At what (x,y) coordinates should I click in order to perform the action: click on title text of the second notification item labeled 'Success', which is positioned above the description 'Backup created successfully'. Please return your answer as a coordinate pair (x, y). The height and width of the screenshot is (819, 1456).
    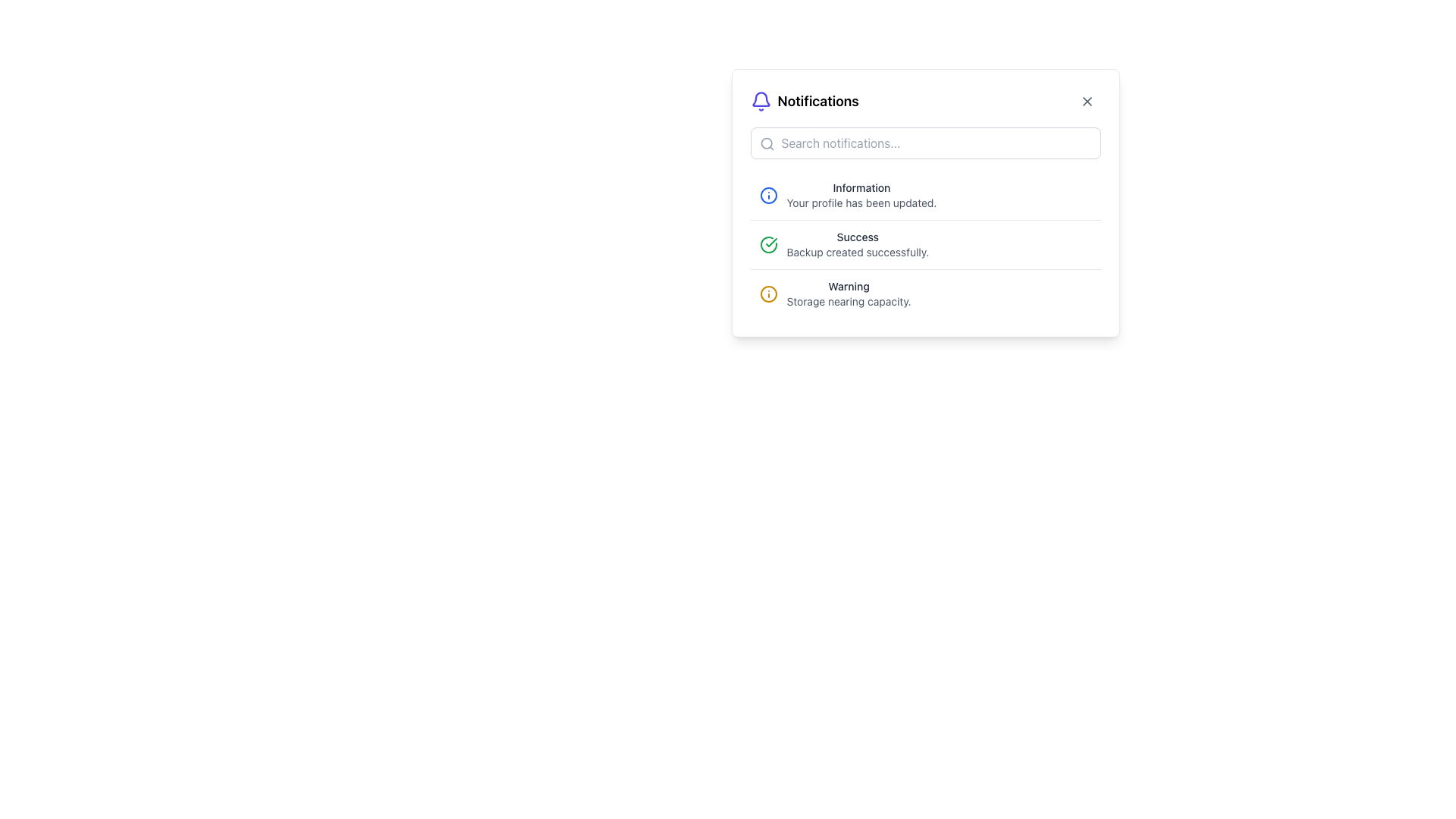
    Looking at the image, I should click on (858, 237).